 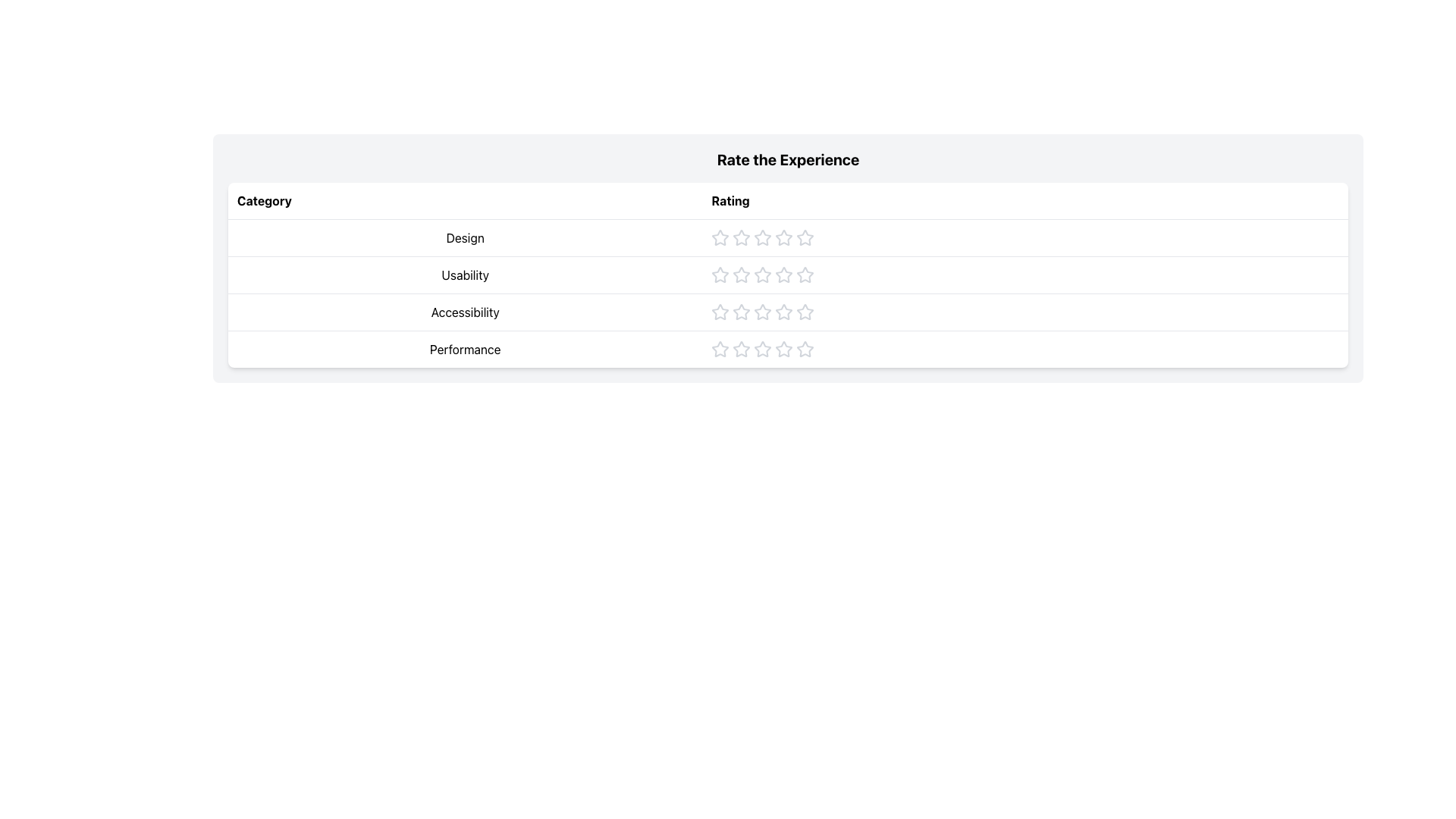 What do you see at coordinates (788, 237) in the screenshot?
I see `the first star icon in the 'Design' rating row to provide a rating for the design` at bounding box center [788, 237].